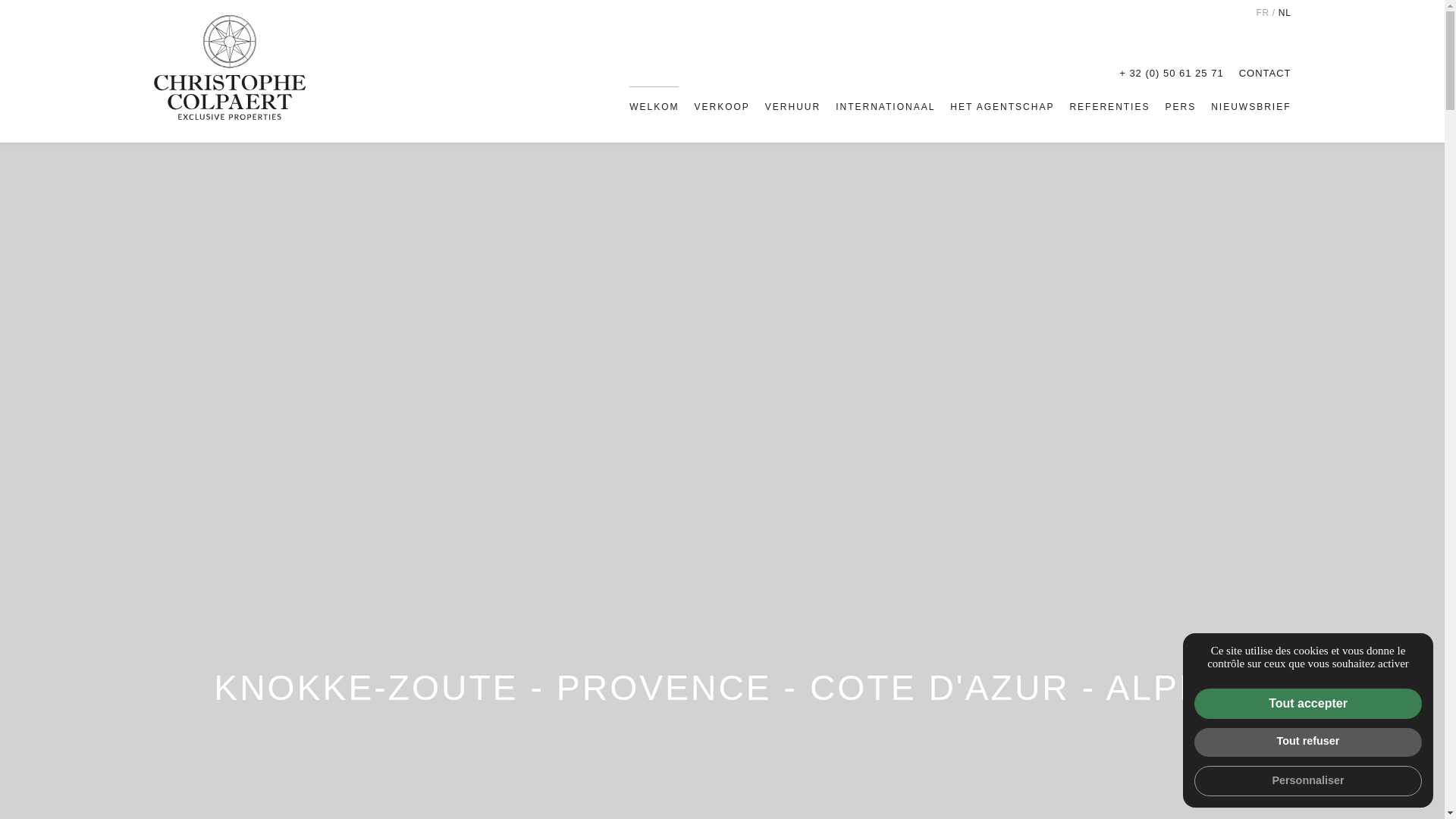 This screenshot has height=819, width=1456. Describe the element at coordinates (949, 106) in the screenshot. I see `'HET AGENTSCHAP'` at that location.